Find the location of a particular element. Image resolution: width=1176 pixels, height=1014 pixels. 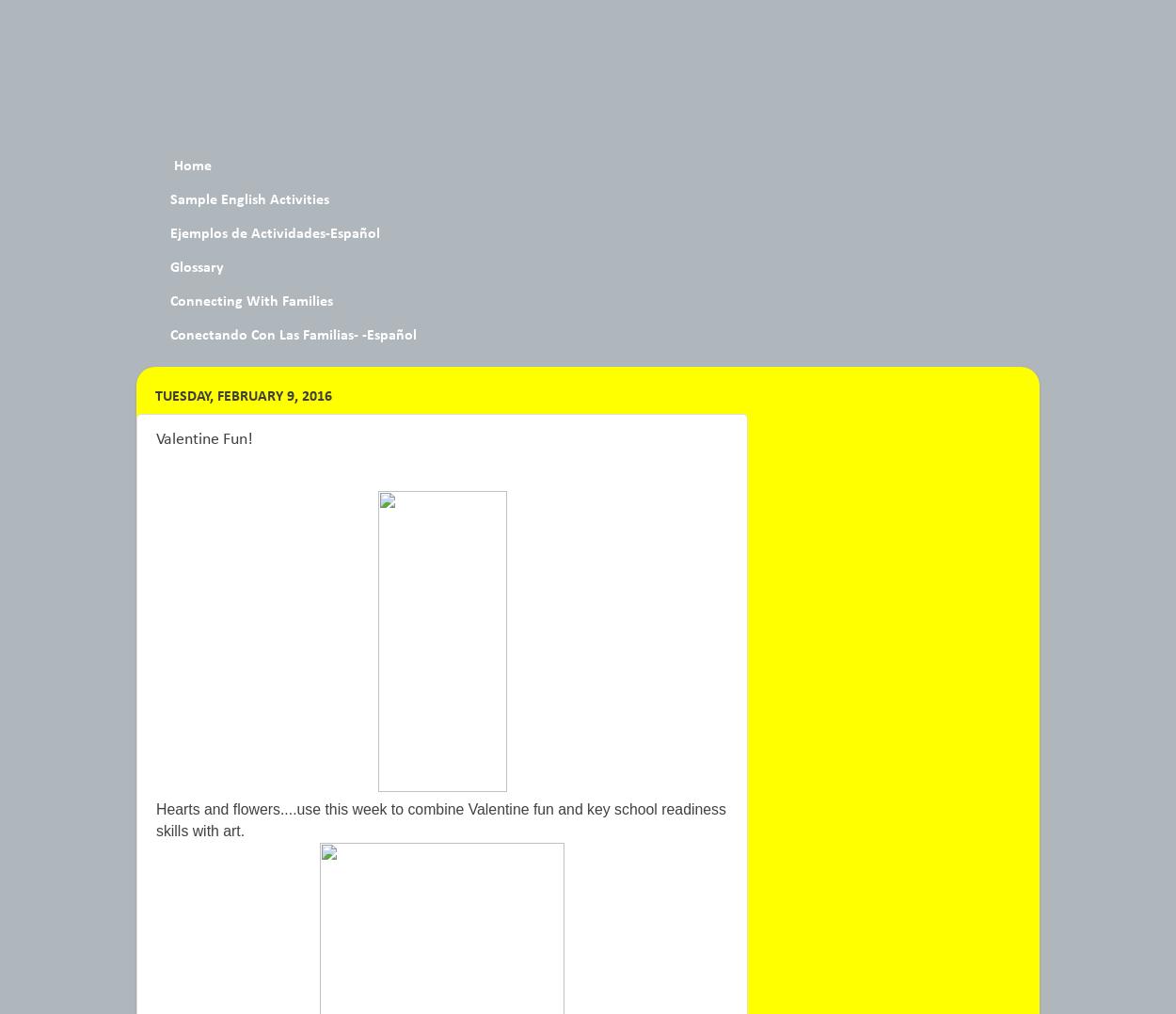

'Ejemplos de Actividades-Español' is located at coordinates (275, 233).